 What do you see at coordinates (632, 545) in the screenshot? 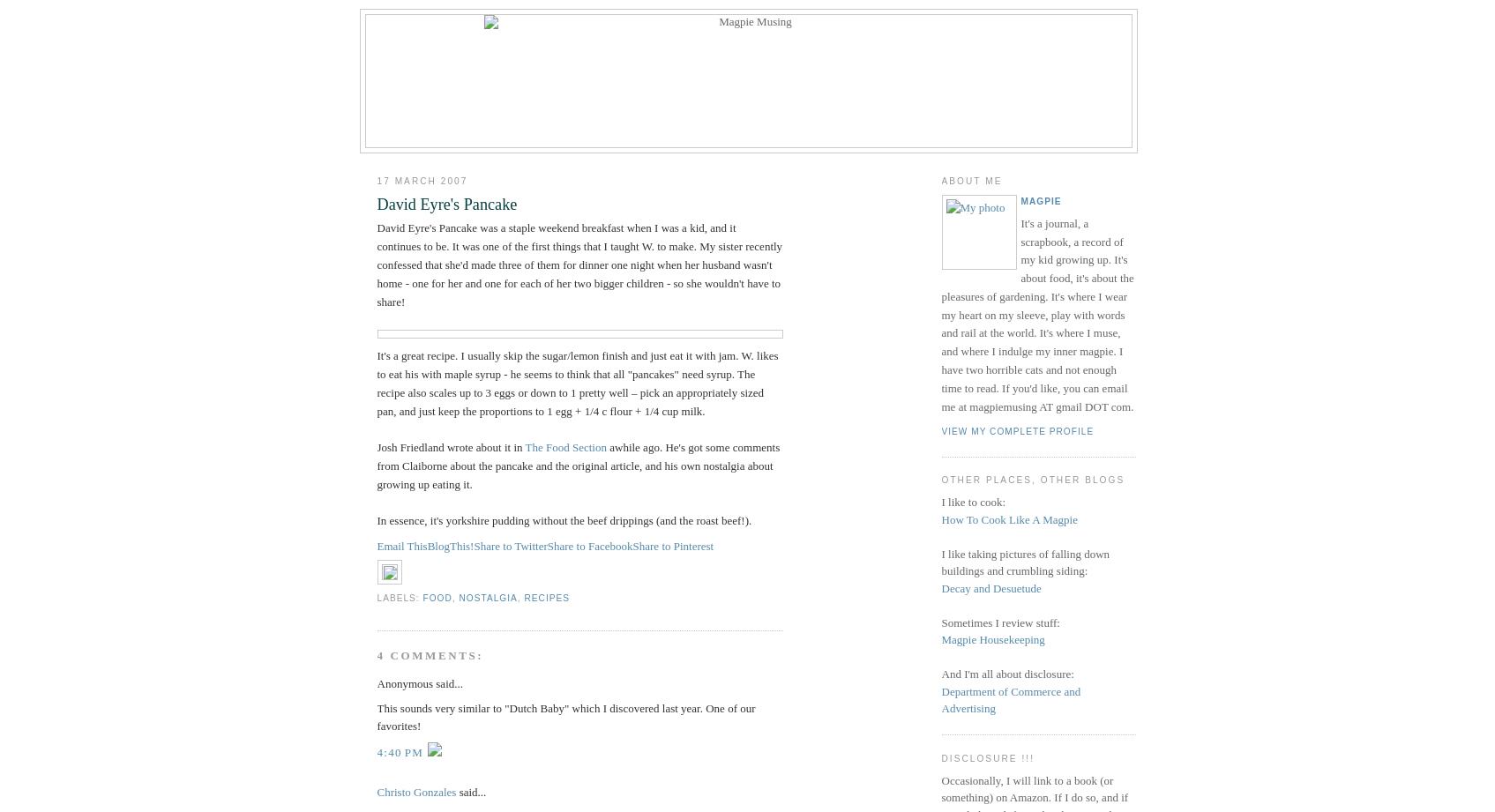
I see `'Share to Pinterest'` at bounding box center [632, 545].